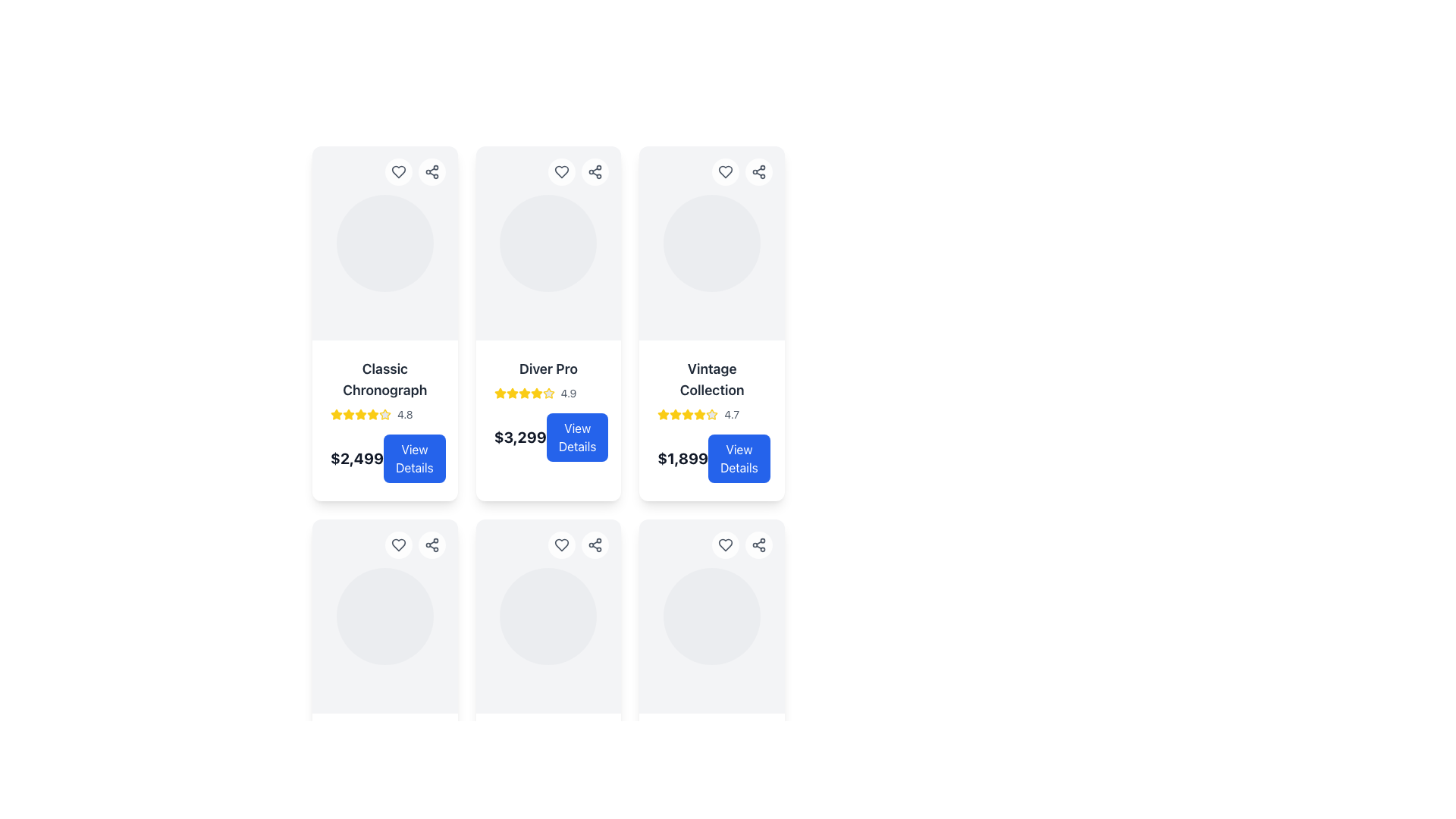 The height and width of the screenshot is (819, 1456). I want to click on the fifth star in the rating system beneath the 'Diver Pro' product card to rate it, so click(524, 393).